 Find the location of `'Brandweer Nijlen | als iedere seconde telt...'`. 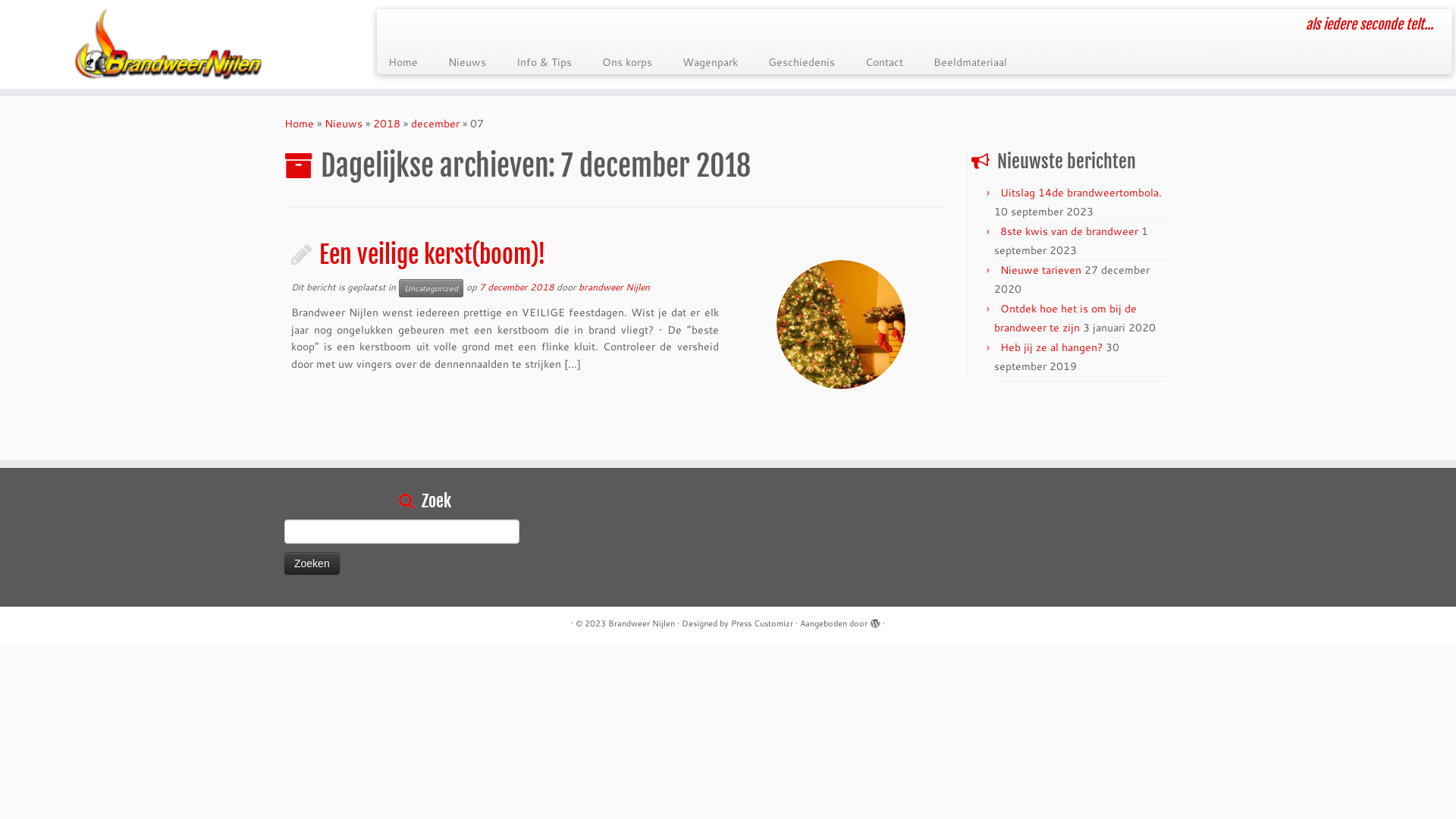

'Brandweer Nijlen | als iedere seconde telt...' is located at coordinates (168, 43).